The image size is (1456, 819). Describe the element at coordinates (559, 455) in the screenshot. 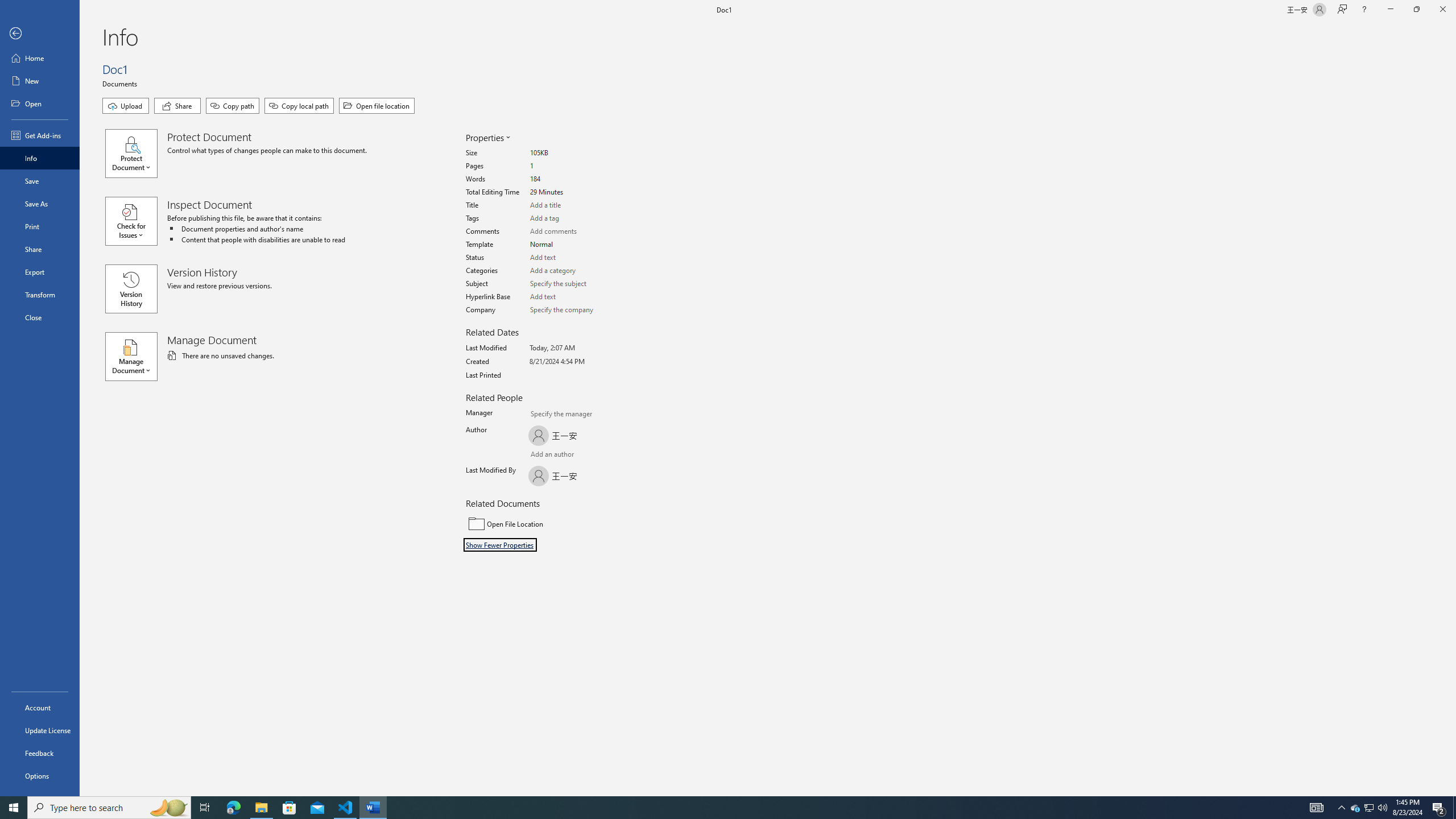

I see `'Verify Names'` at that location.